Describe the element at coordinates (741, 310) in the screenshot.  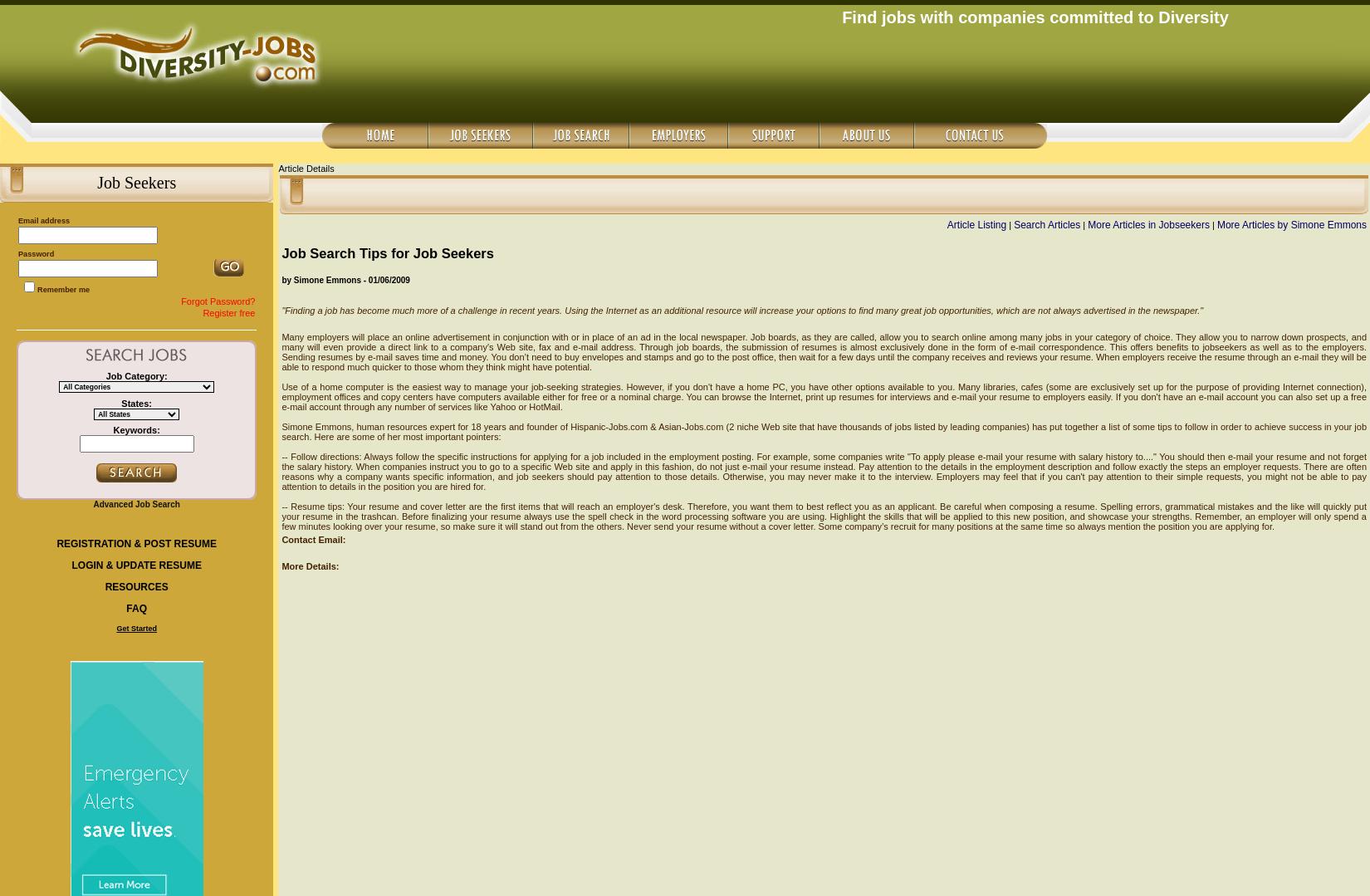
I see `'"Finding a job has become much more of a challenge in recent years. Using the Internet as an additional resource will increase your options to find many great job opportunities, which are not always advertised in the newspaper."'` at that location.